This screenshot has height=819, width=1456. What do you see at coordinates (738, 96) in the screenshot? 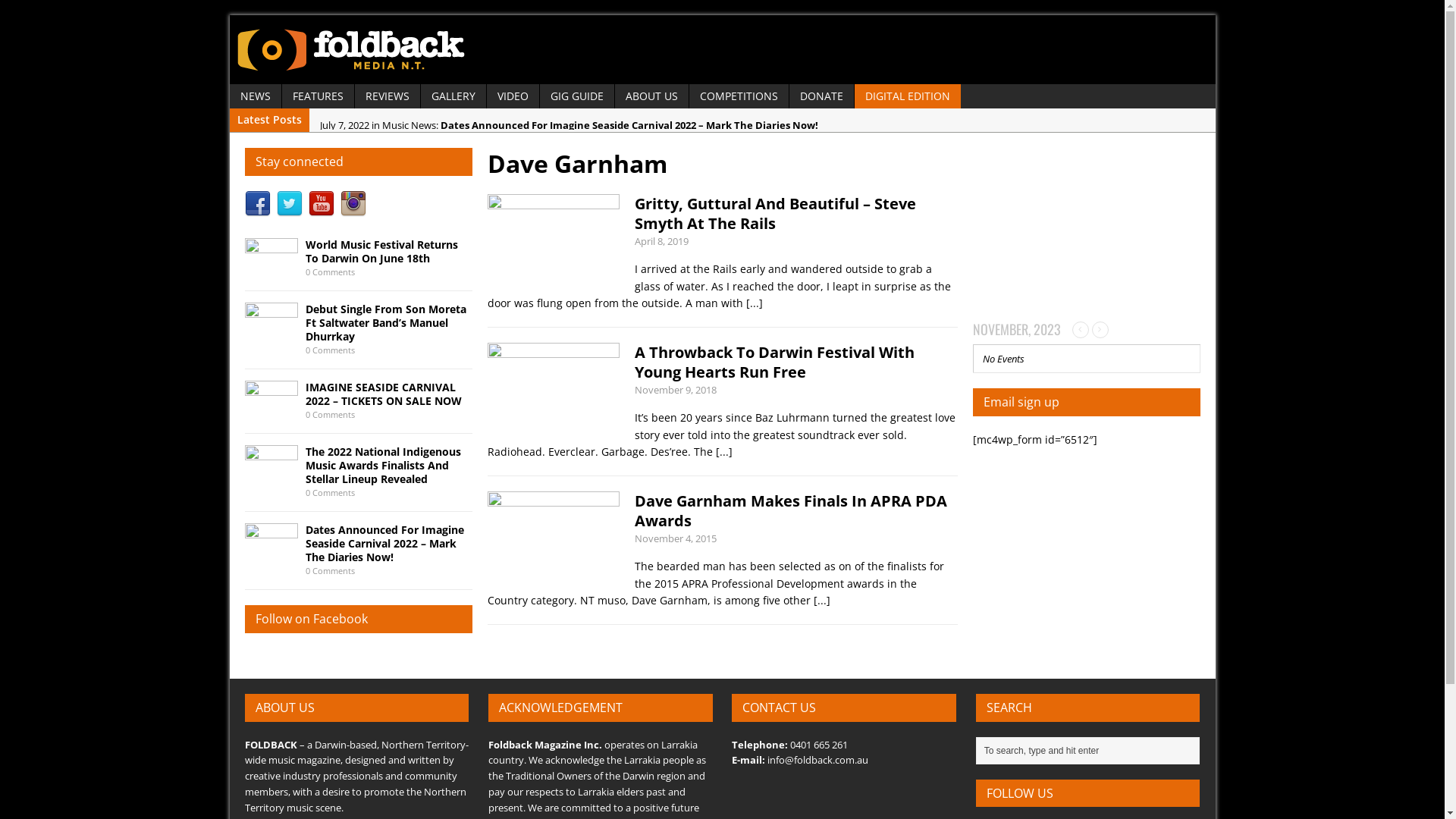
I see `'COMPETITIONS'` at bounding box center [738, 96].